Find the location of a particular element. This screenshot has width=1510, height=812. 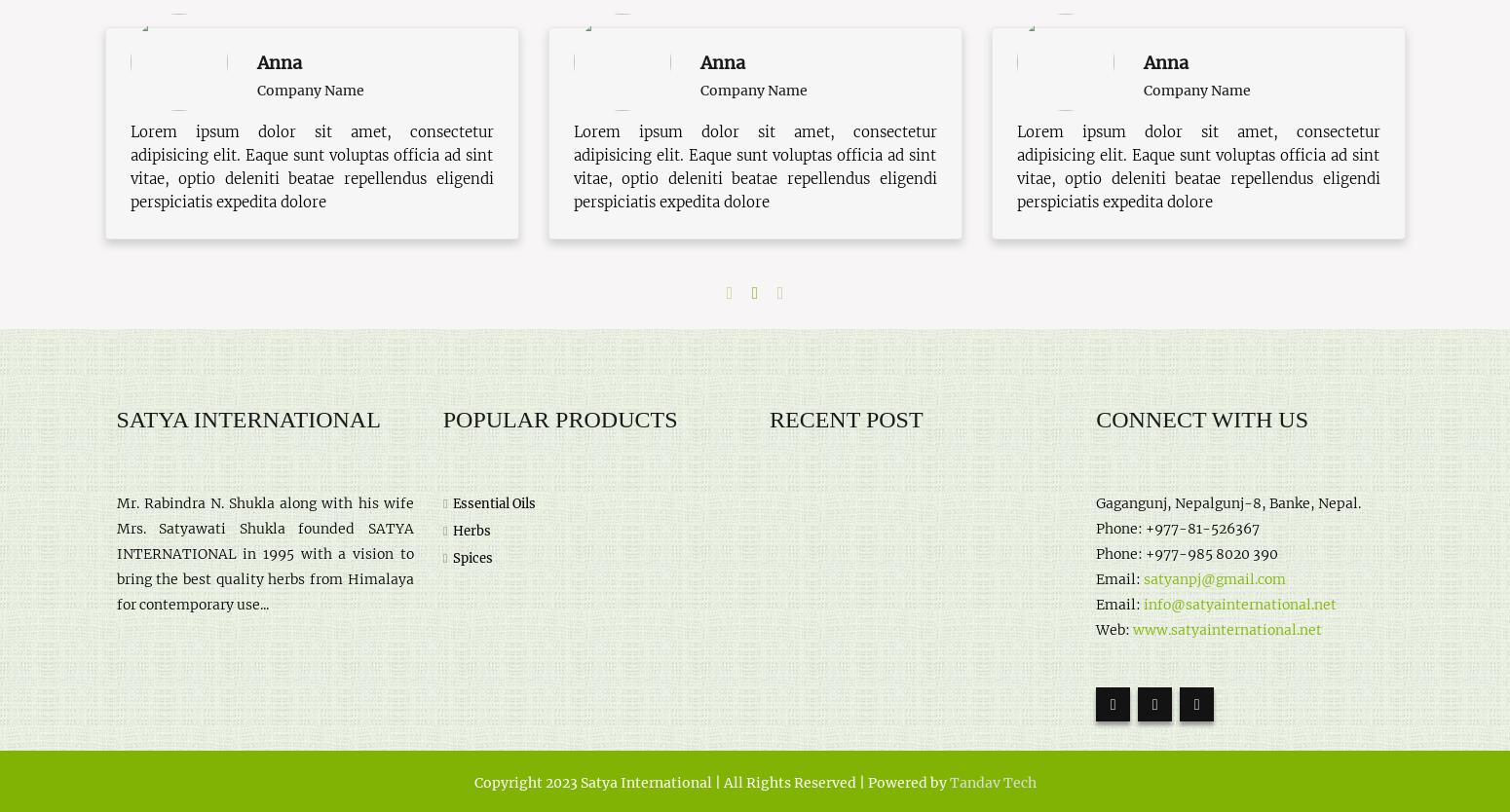

'Popular Products' is located at coordinates (559, 419).